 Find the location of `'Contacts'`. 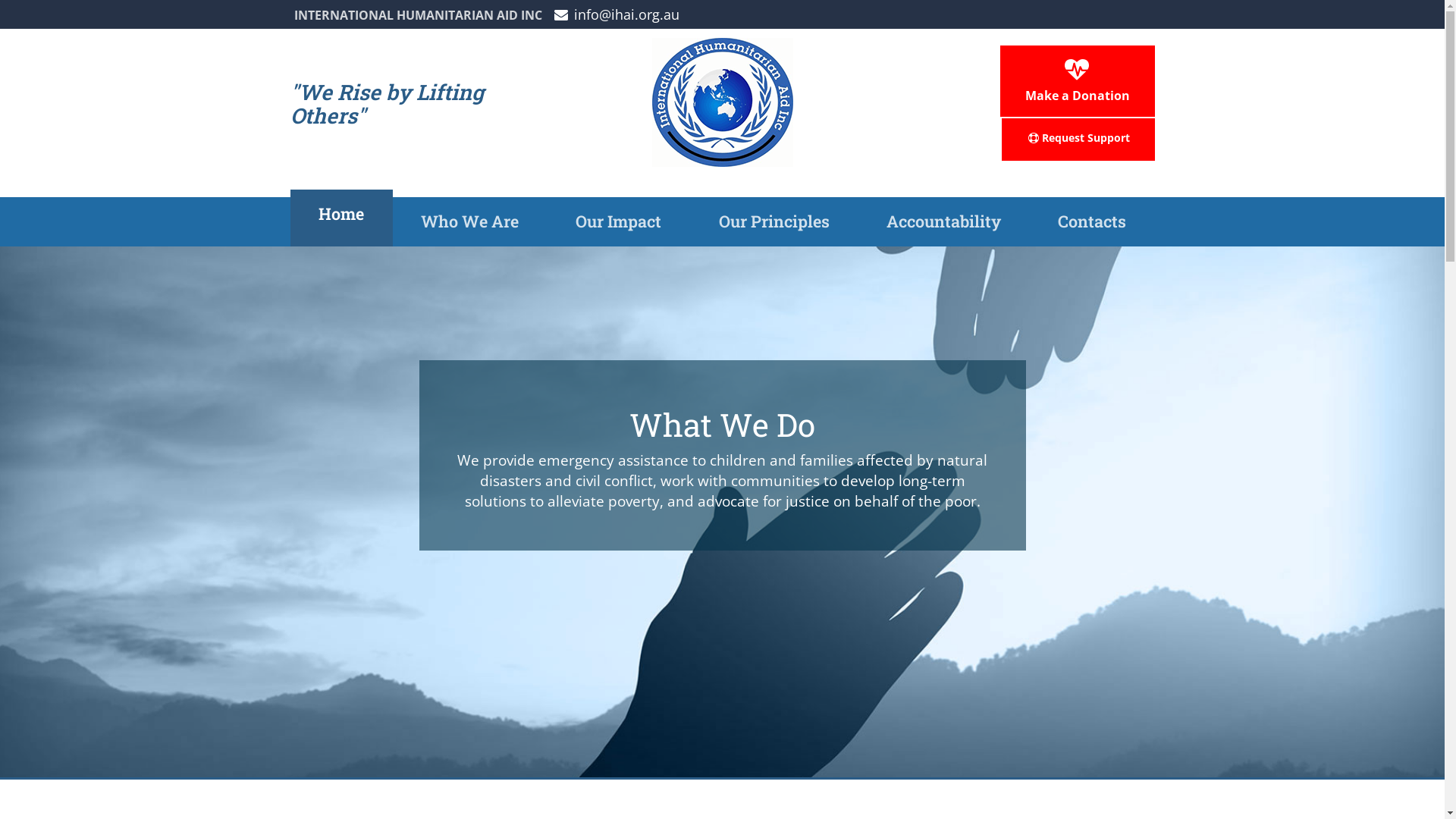

'Contacts' is located at coordinates (128, 298).